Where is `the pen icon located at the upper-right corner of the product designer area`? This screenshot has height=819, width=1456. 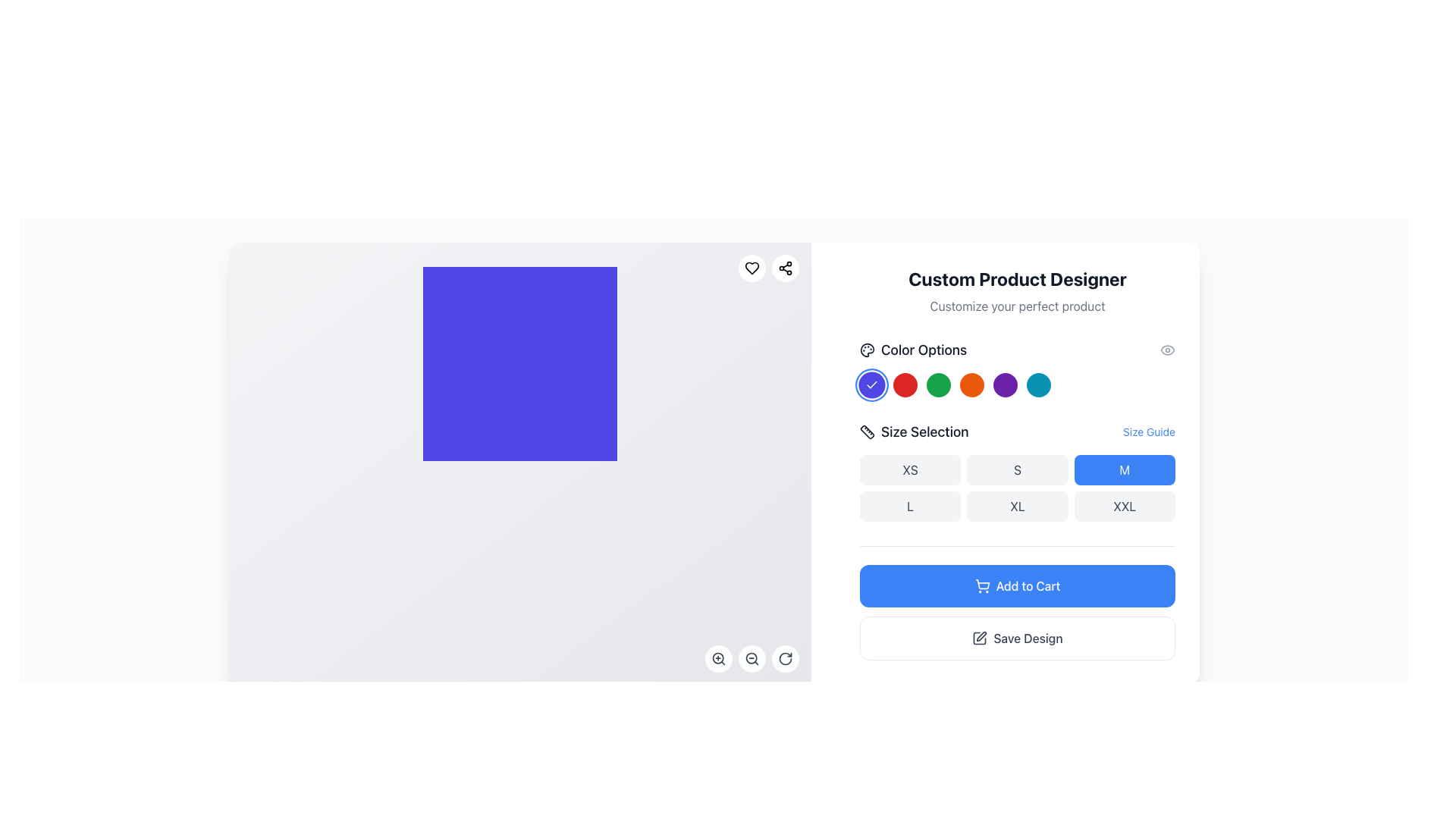
the pen icon located at the upper-right corner of the product designer area is located at coordinates (981, 636).